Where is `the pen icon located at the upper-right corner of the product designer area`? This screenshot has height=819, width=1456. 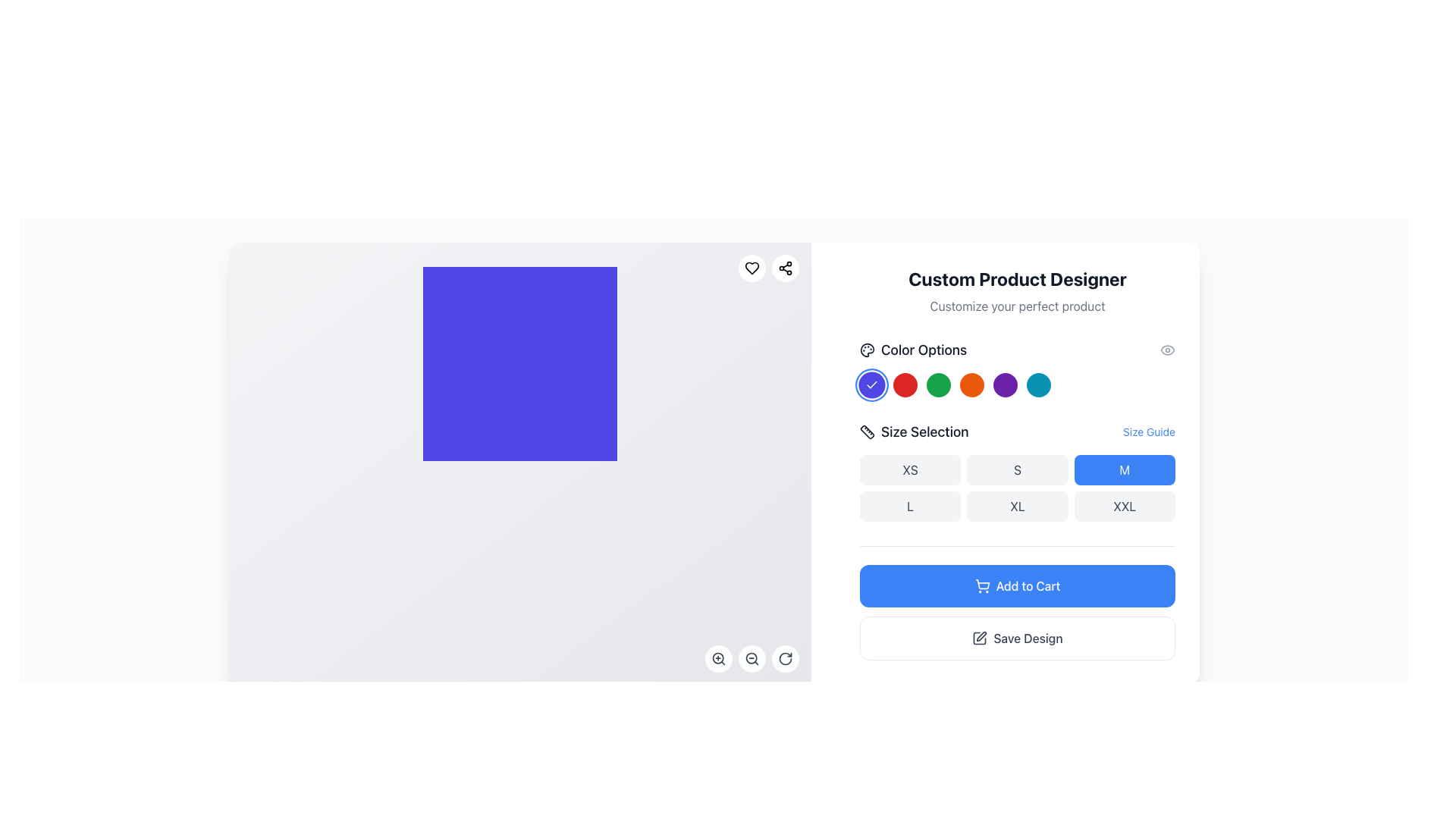
the pen icon located at the upper-right corner of the product designer area is located at coordinates (981, 636).